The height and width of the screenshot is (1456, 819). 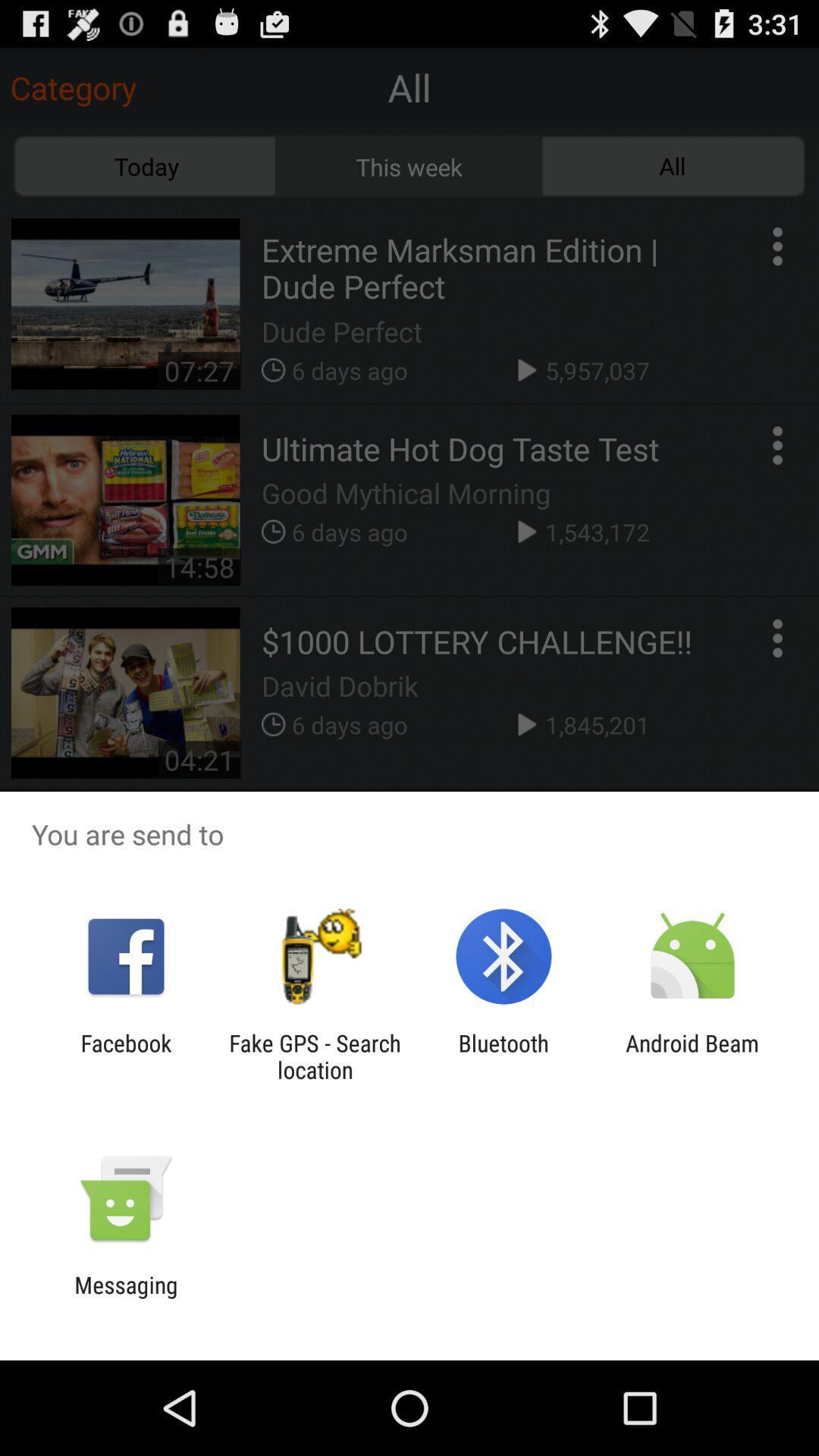 What do you see at coordinates (125, 1056) in the screenshot?
I see `app next to fake gps search` at bounding box center [125, 1056].